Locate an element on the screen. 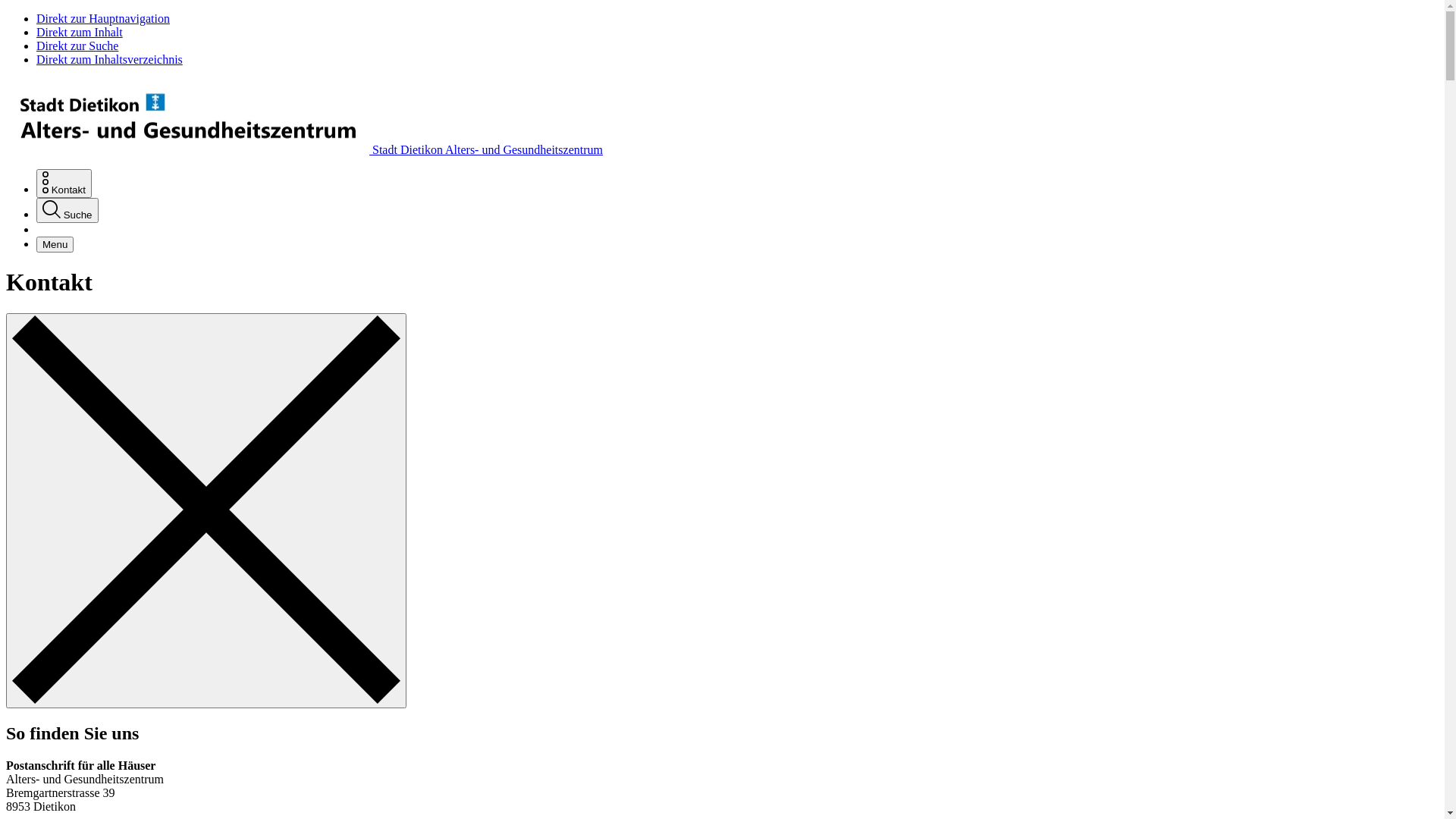 The width and height of the screenshot is (1456, 819). 'Direkt zur Hauptnavigation' is located at coordinates (102, 18).